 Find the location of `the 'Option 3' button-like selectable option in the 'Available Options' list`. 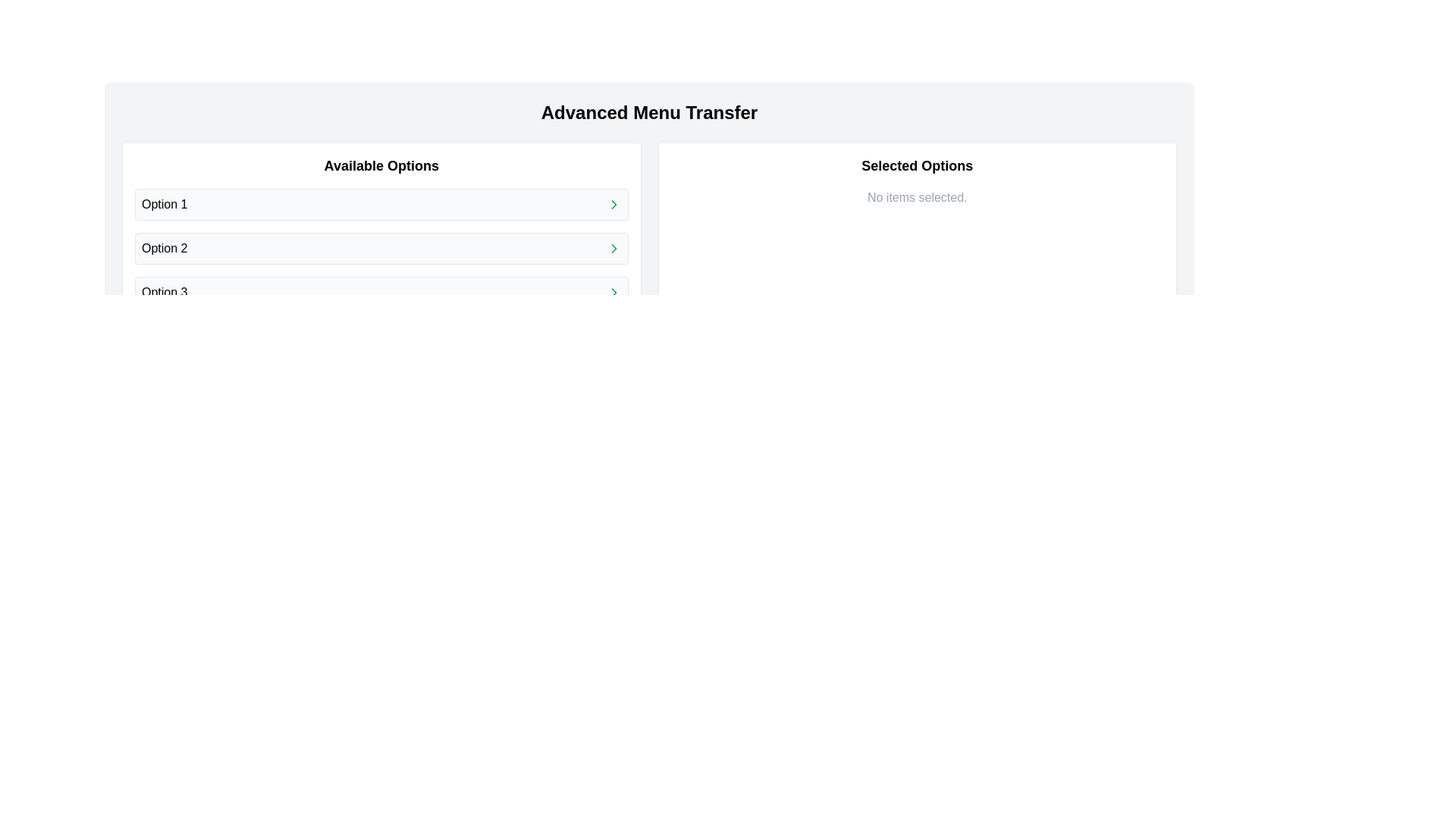

the 'Option 3' button-like selectable option in the 'Available Options' list is located at coordinates (381, 292).